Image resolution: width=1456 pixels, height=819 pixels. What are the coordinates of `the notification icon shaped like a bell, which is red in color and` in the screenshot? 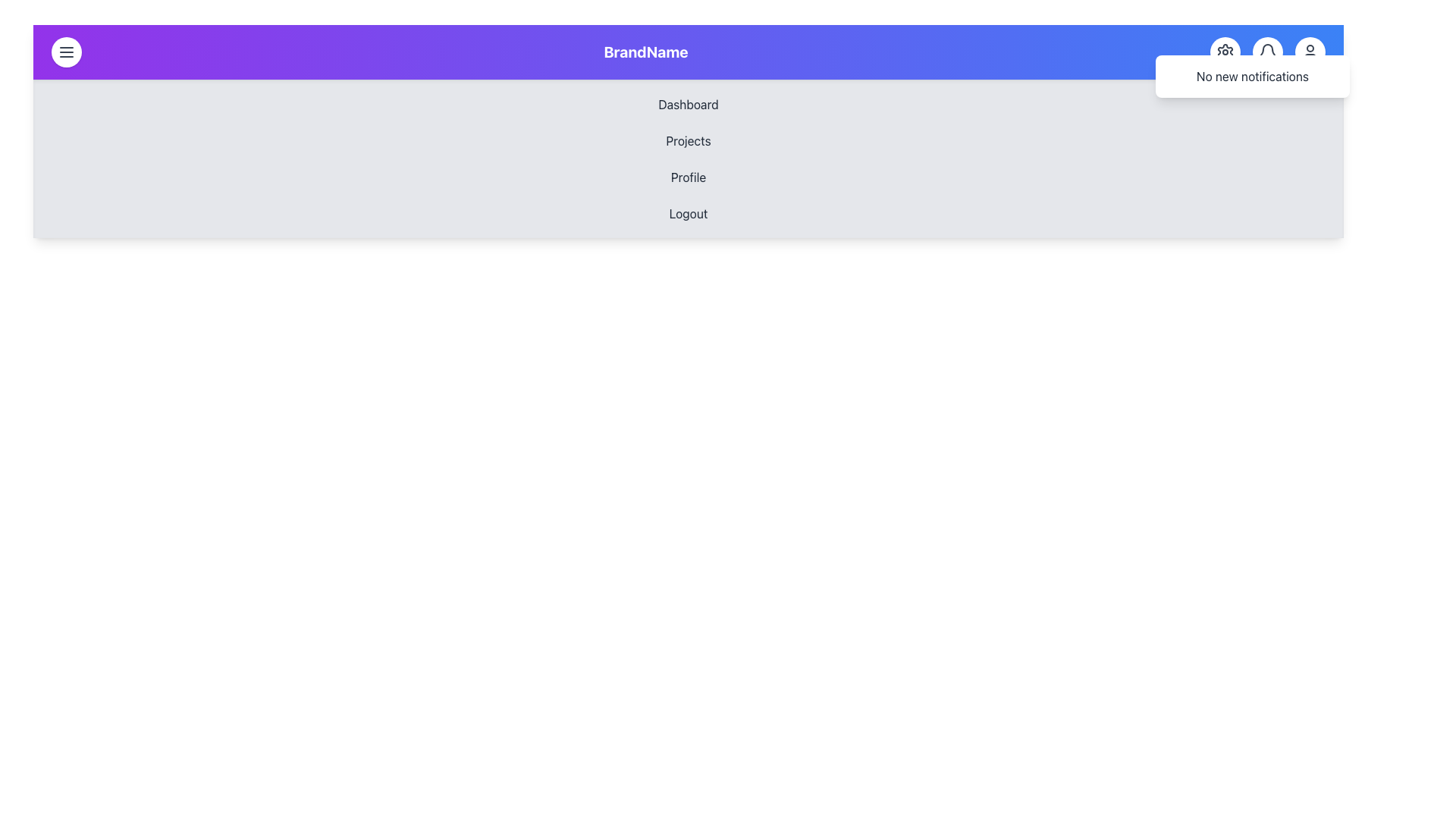 It's located at (1267, 49).